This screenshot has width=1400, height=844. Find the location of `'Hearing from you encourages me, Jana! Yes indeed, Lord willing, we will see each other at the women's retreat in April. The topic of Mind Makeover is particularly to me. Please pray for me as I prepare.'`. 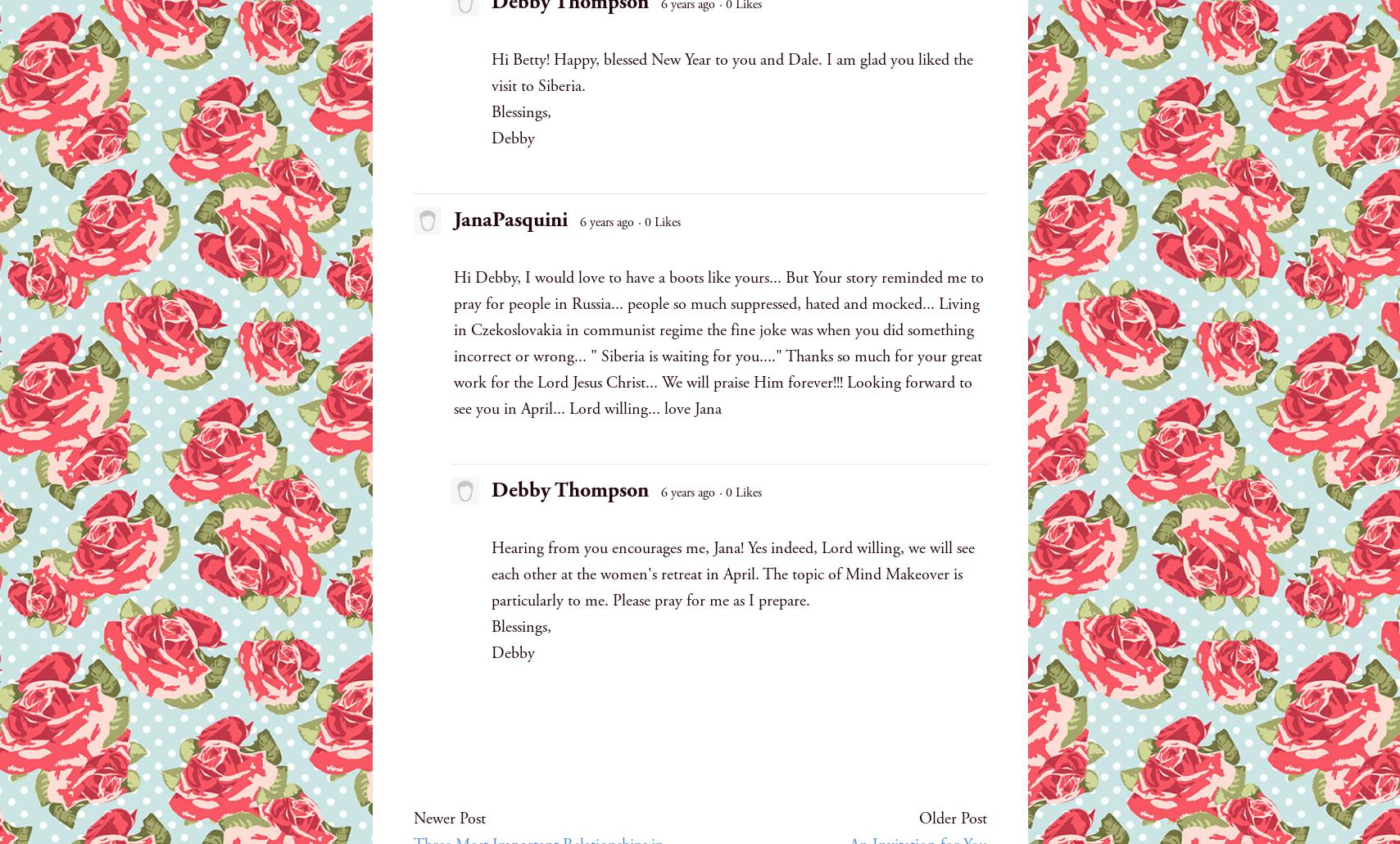

'Hearing from you encourages me, Jana! Yes indeed, Lord willing, we will see each other at the women's retreat in April. The topic of Mind Makeover is particularly to me. Please pray for me as I prepare.' is located at coordinates (732, 574).